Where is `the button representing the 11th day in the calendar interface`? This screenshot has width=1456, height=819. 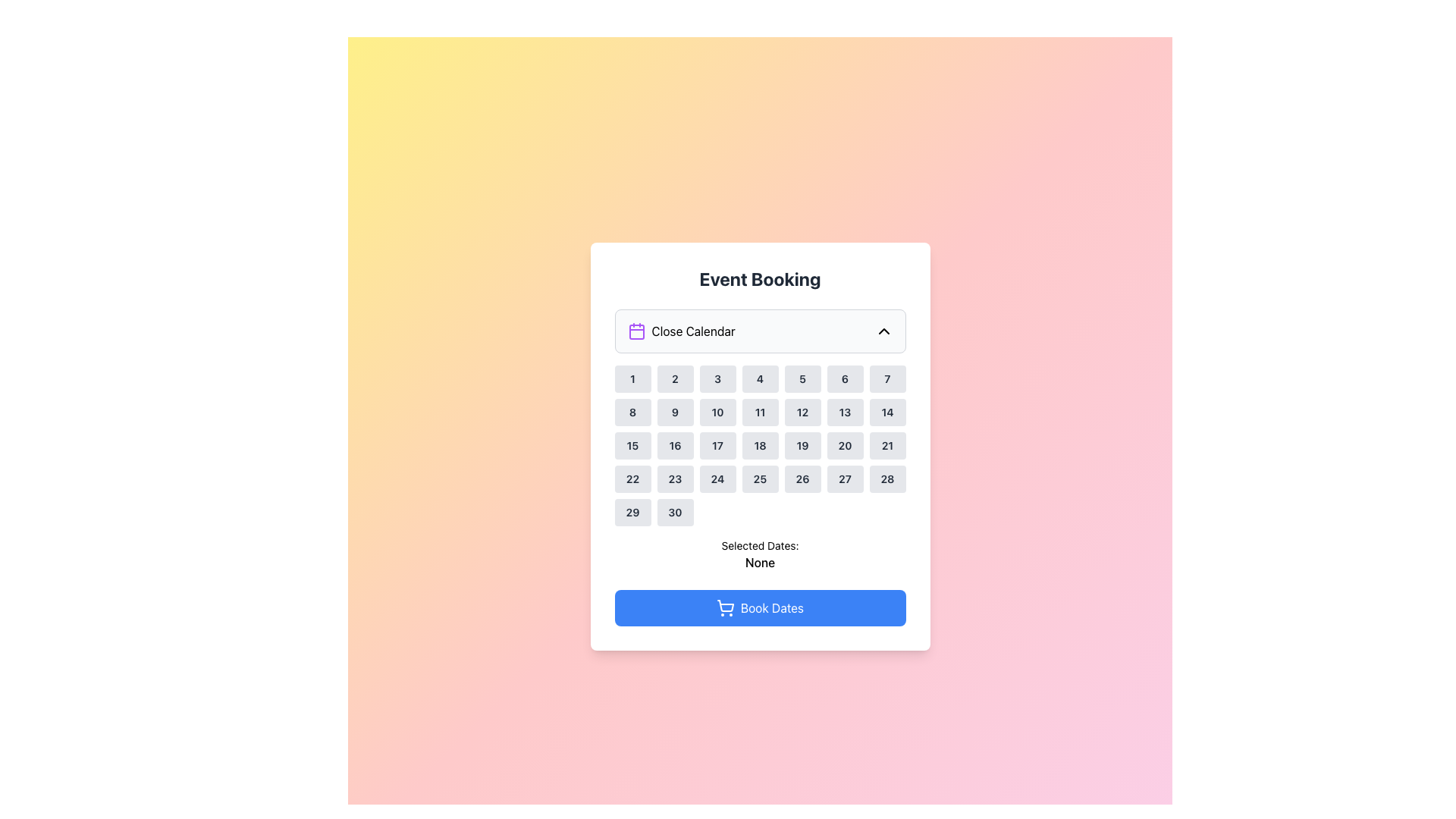 the button representing the 11th day in the calendar interface is located at coordinates (760, 412).